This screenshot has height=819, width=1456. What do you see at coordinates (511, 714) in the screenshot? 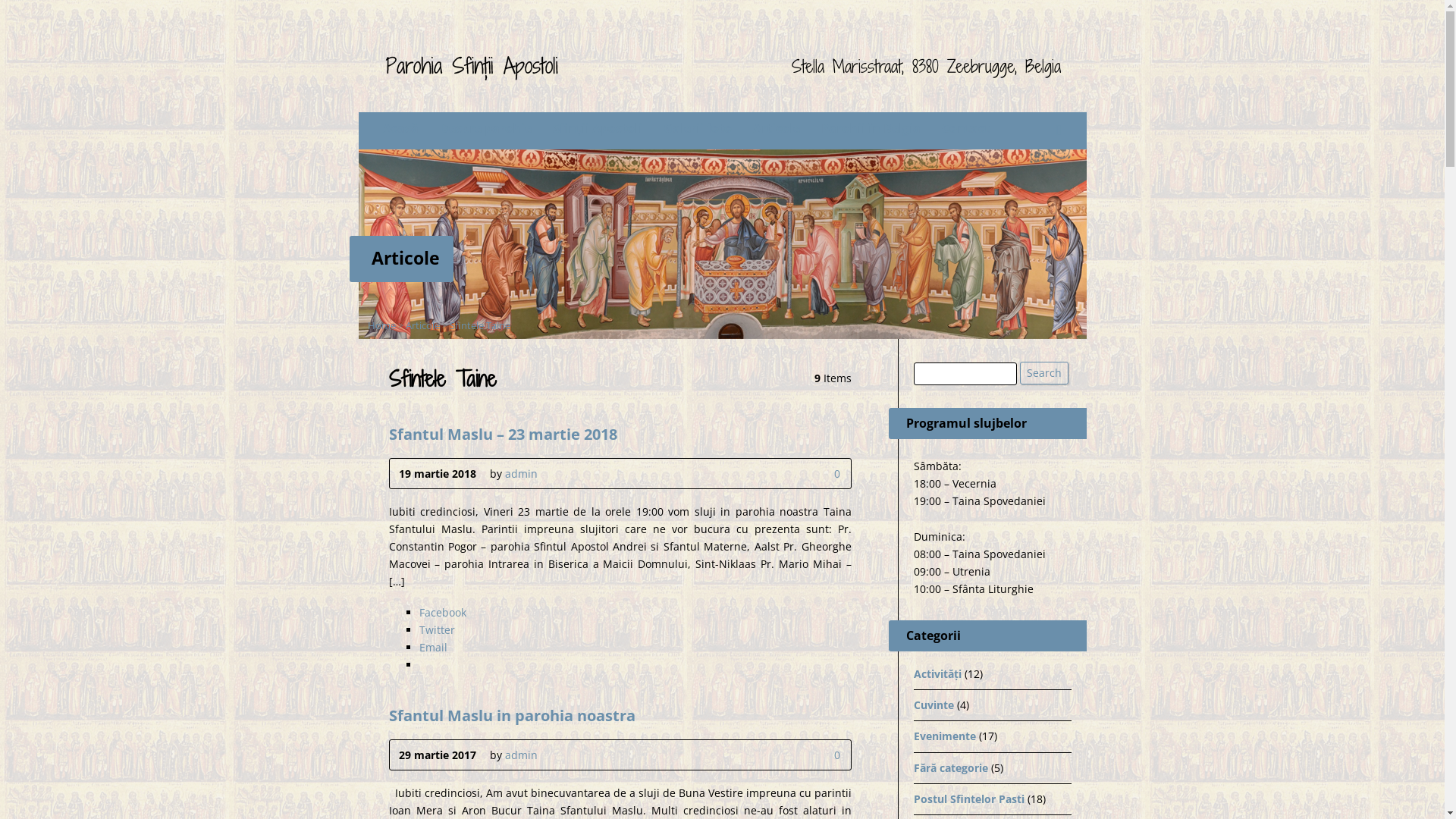
I see `'Sfantul Maslu in parohia noastra'` at bounding box center [511, 714].